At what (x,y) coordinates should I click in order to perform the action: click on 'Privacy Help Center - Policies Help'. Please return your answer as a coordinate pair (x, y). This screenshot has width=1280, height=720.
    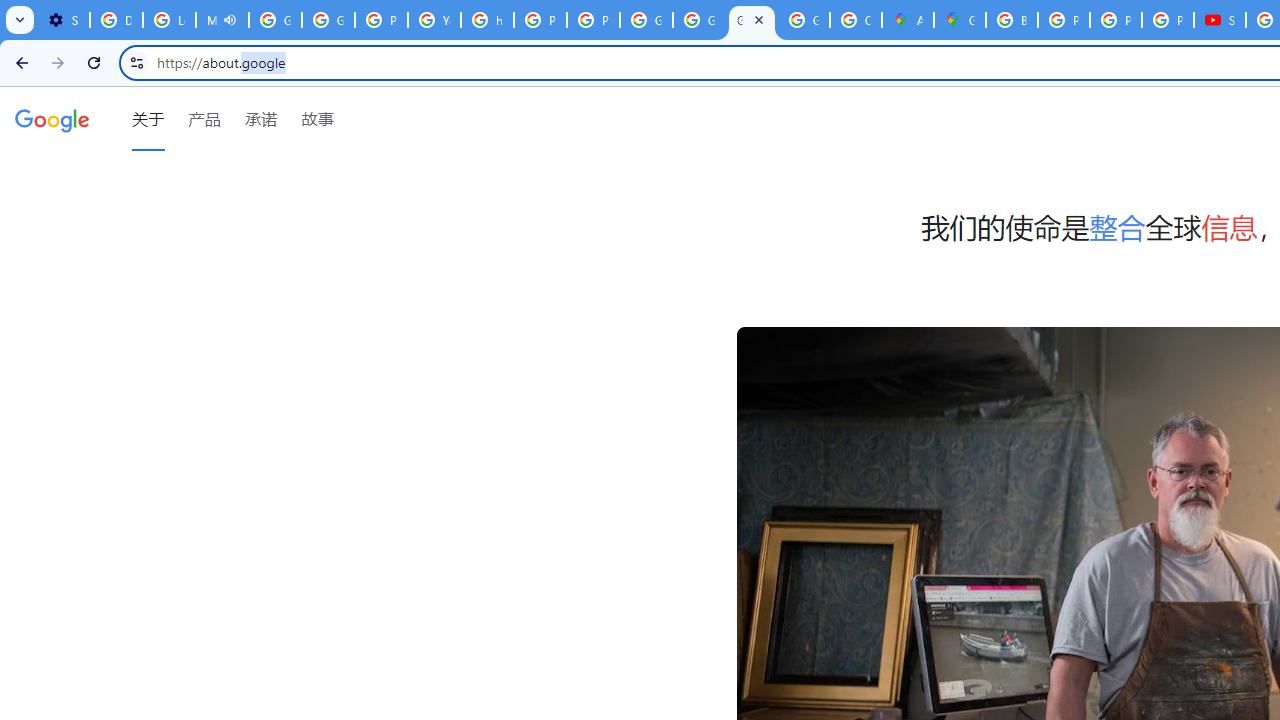
    Looking at the image, I should click on (1115, 20).